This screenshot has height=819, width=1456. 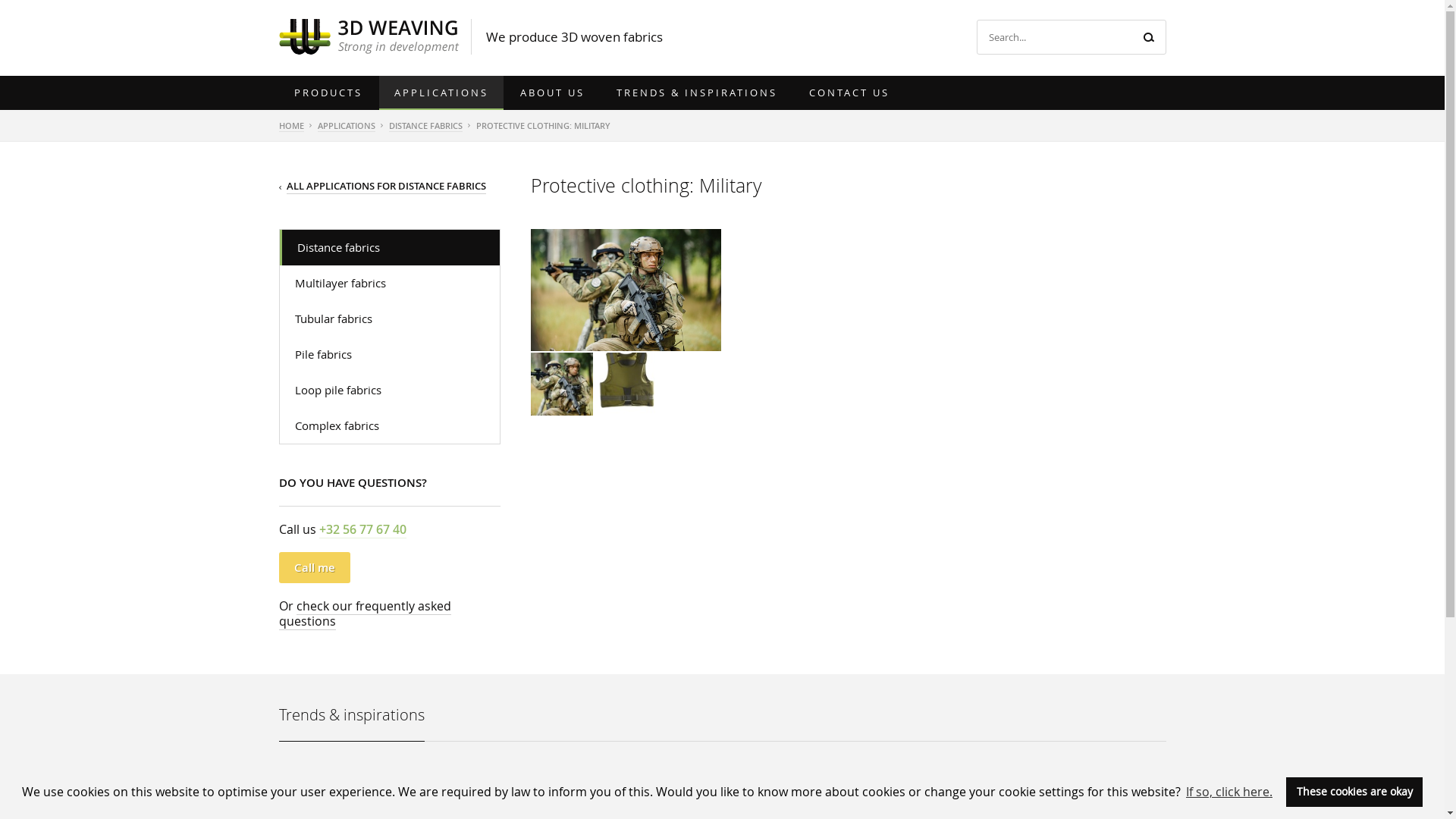 I want to click on 'We produce 3D woven fabrics', so click(x=573, y=36).